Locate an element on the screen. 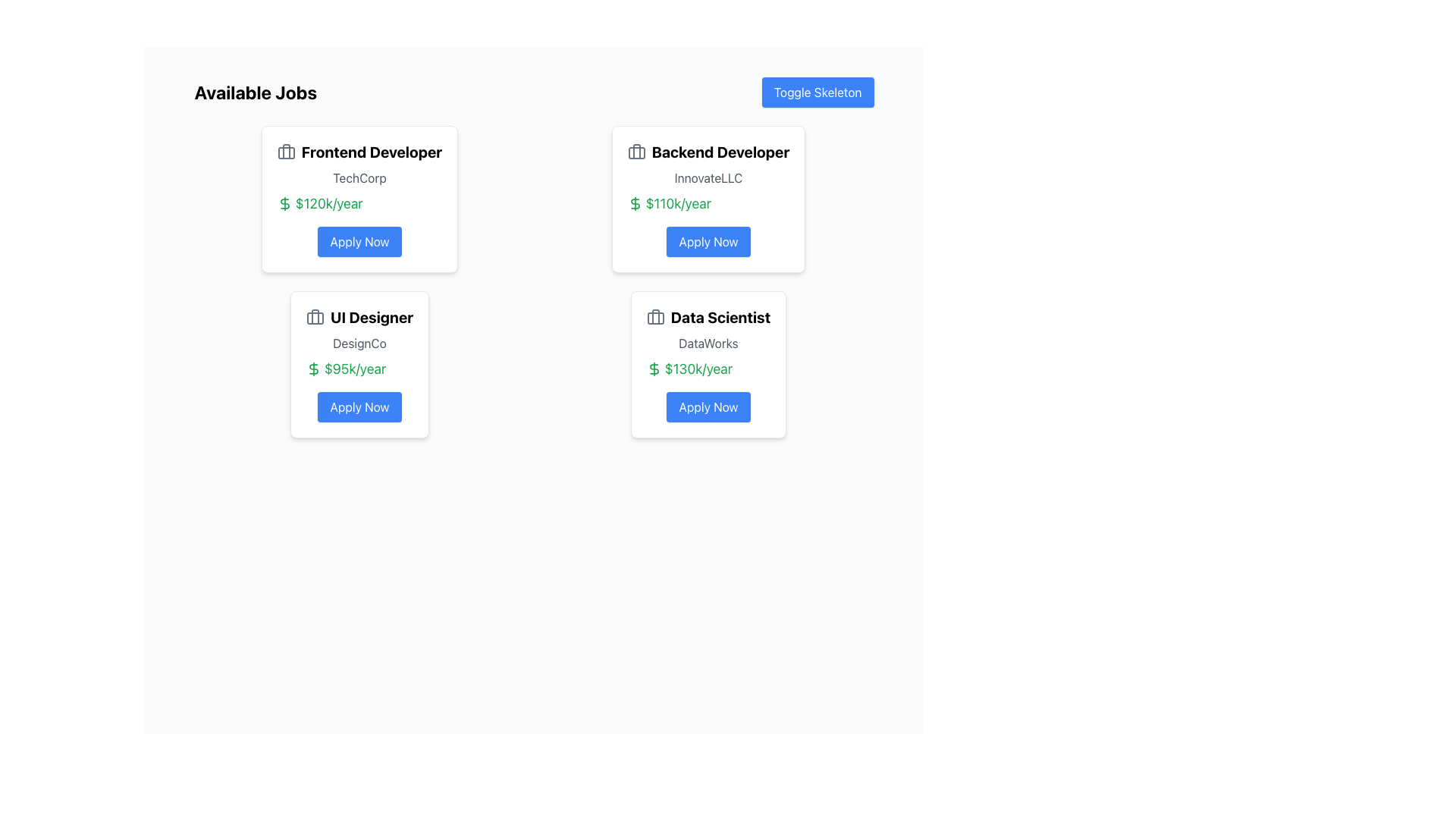  the text label identifying the job role 'Backend Developer' located in the top-right tile of the job postings grid is located at coordinates (708, 152).